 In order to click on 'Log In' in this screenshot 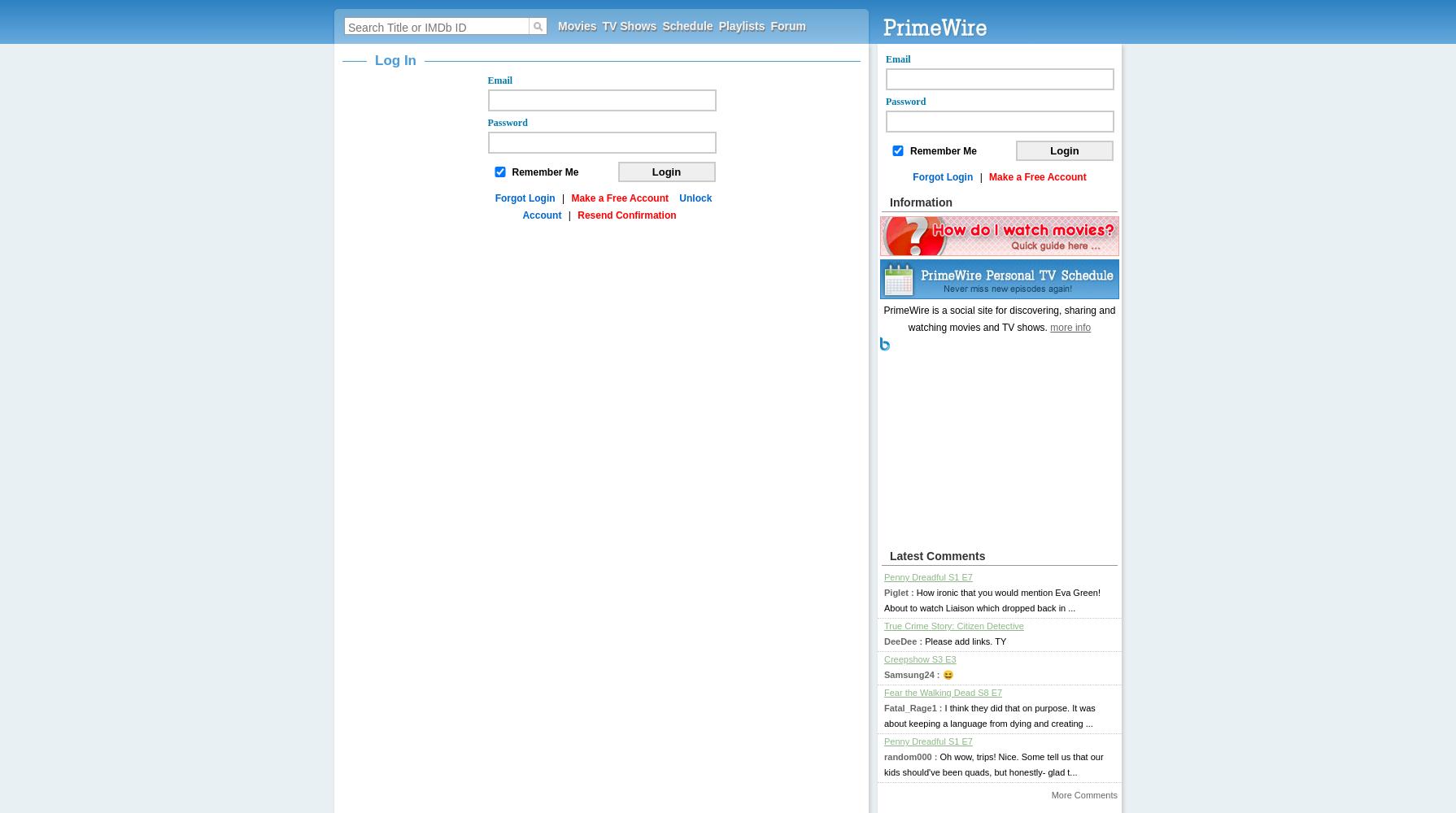, I will do `click(394, 59)`.